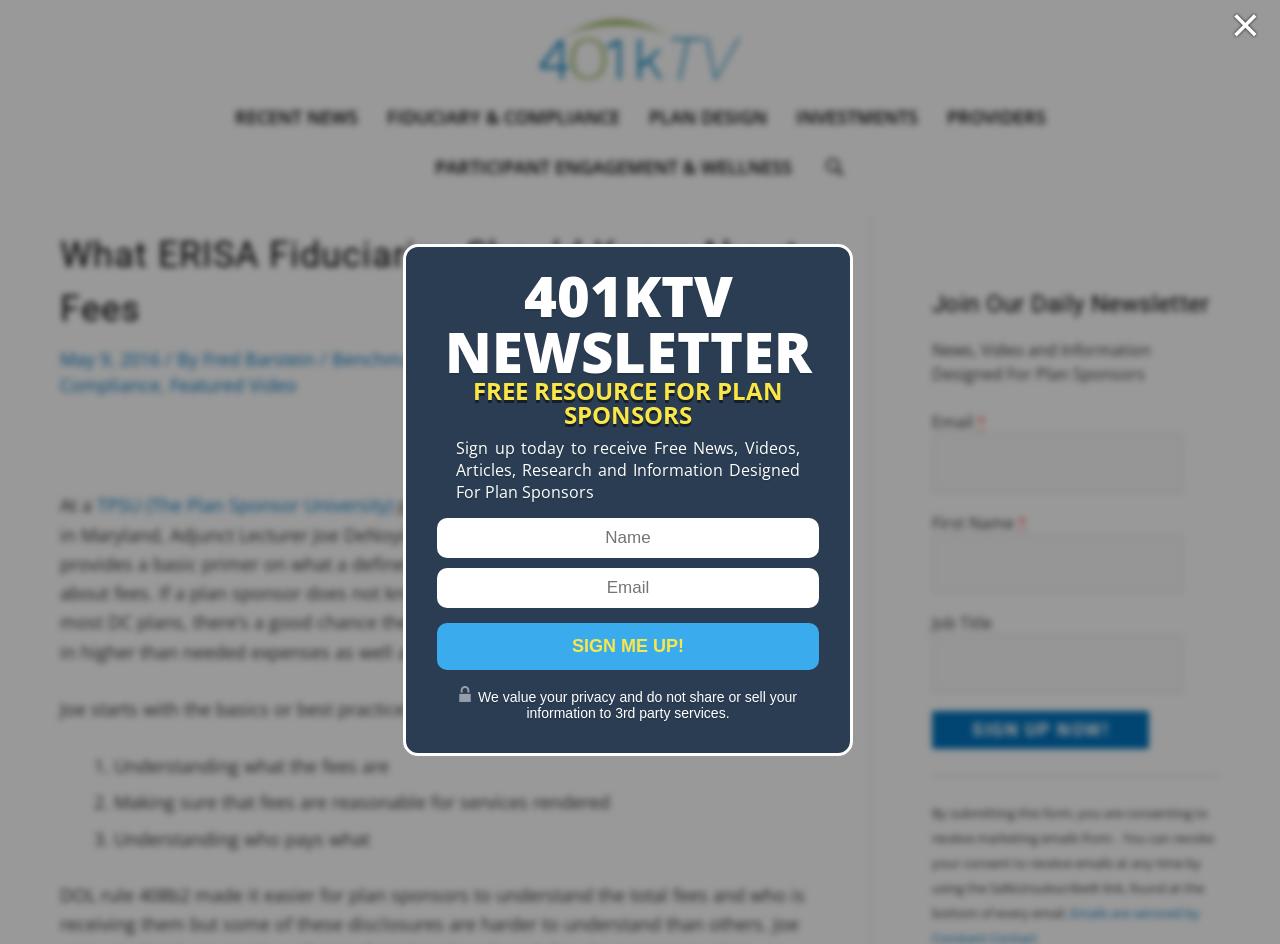 This screenshot has width=1280, height=944. I want to click on 'First Name', so click(974, 522).